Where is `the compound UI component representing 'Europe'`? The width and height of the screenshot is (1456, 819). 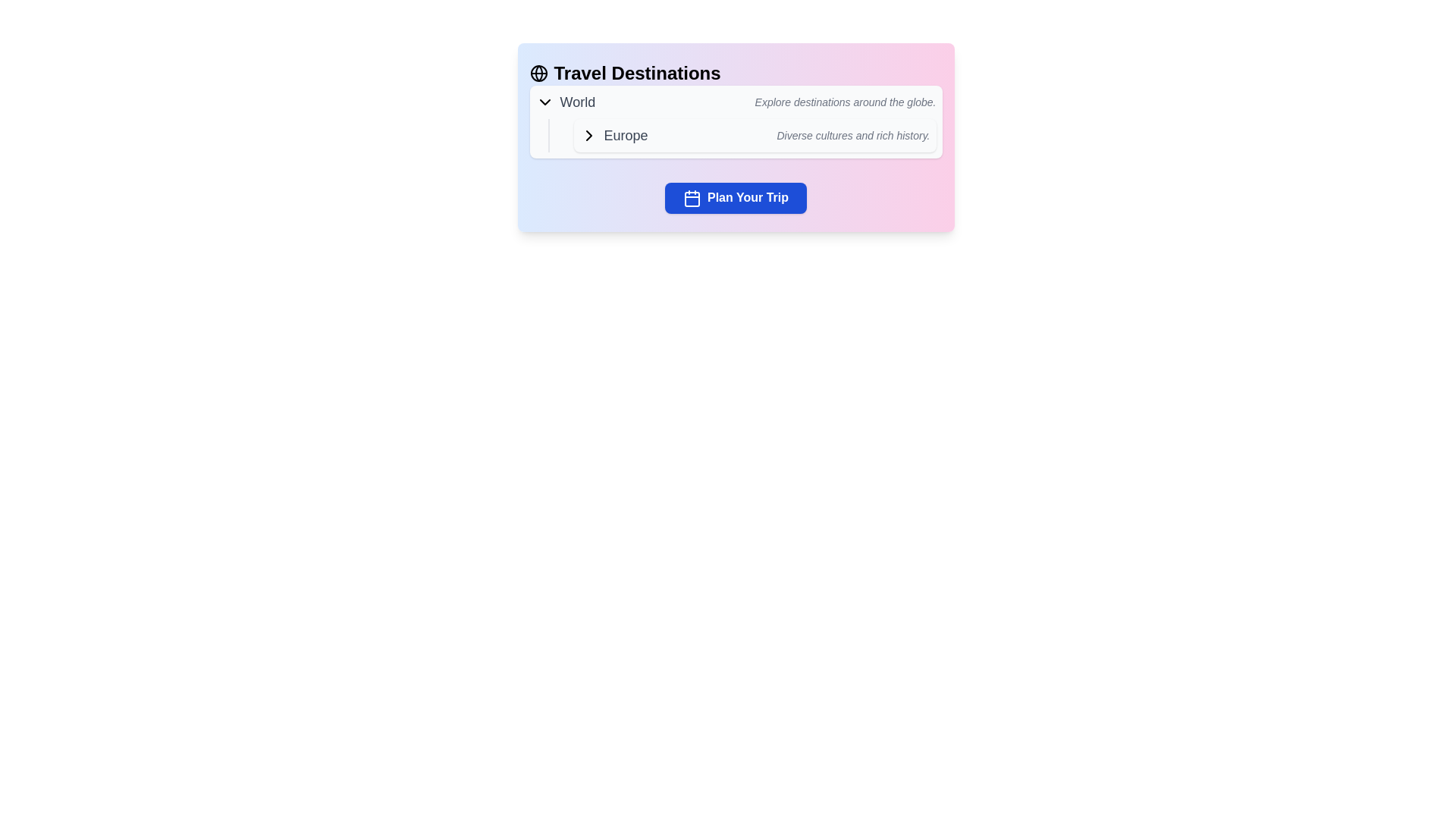 the compound UI component representing 'Europe' is located at coordinates (748, 134).